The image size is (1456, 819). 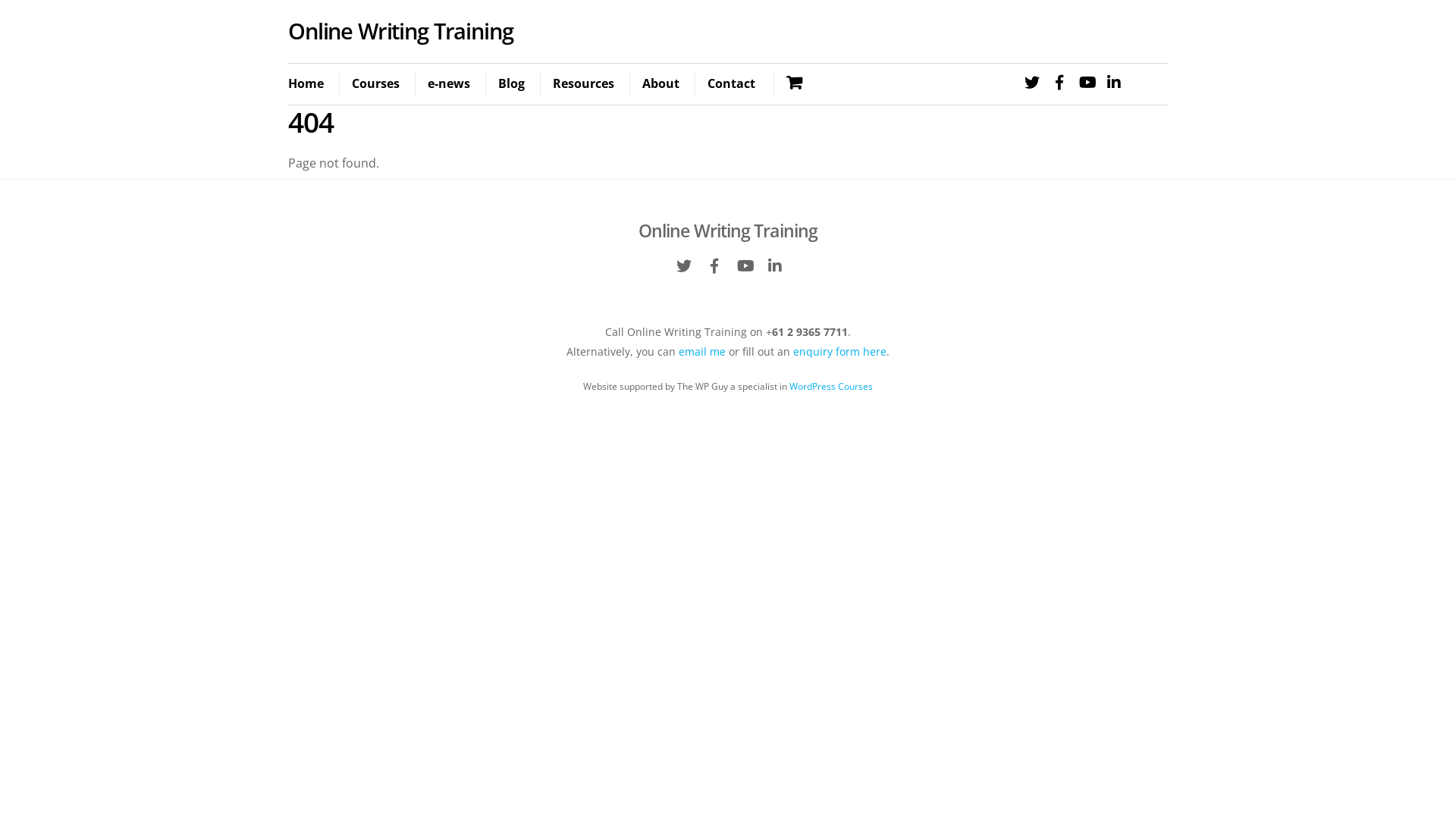 I want to click on 'Courses', so click(x=375, y=84).